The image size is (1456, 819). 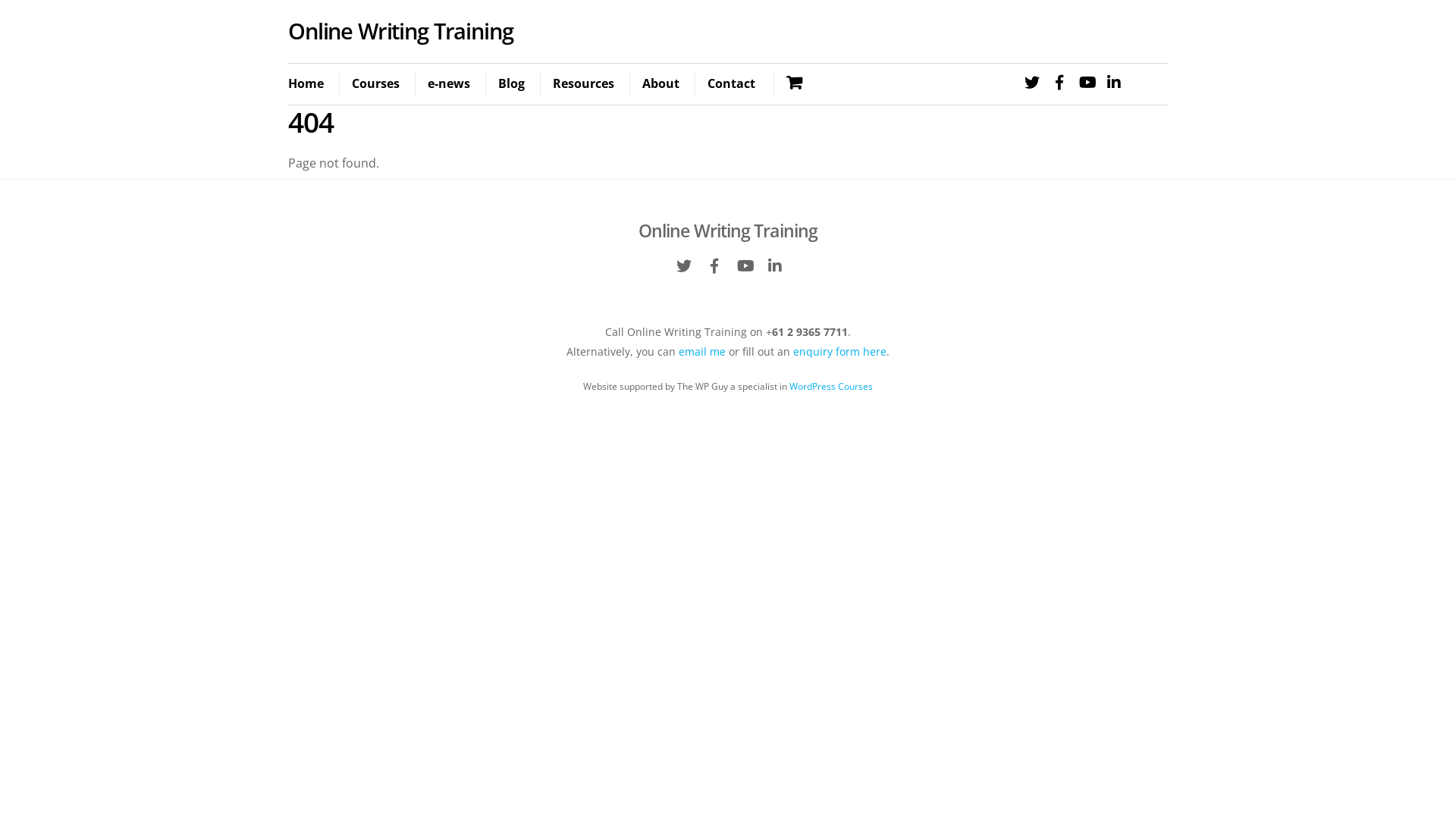 I want to click on 'Courses', so click(x=375, y=84).